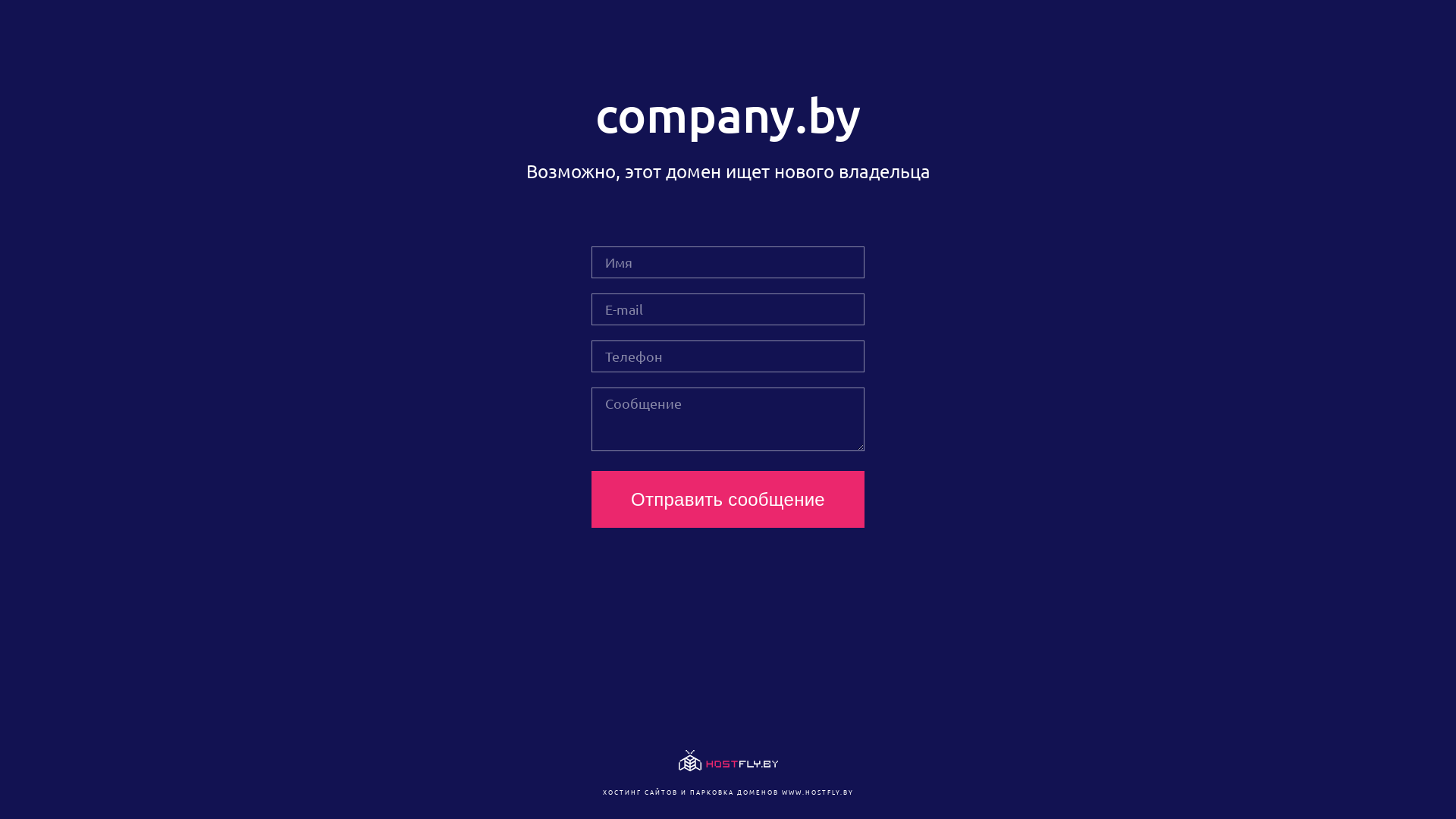 The width and height of the screenshot is (1456, 819). Describe the element at coordinates (816, 791) in the screenshot. I see `'WWW.HOSTFLY.BY'` at that location.